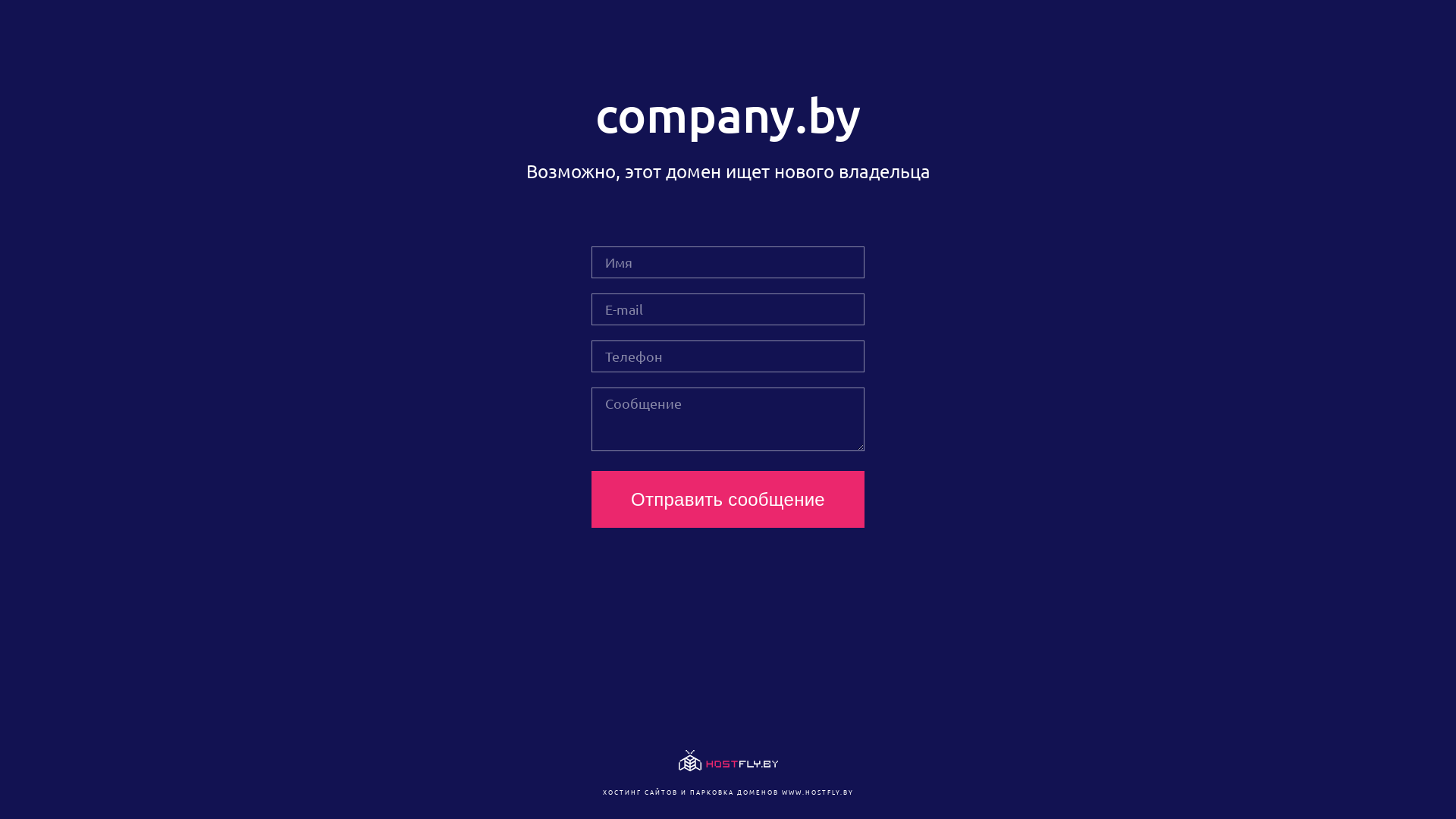 The width and height of the screenshot is (1456, 819). Describe the element at coordinates (816, 791) in the screenshot. I see `'WWW.HOSTFLY.BY'` at that location.